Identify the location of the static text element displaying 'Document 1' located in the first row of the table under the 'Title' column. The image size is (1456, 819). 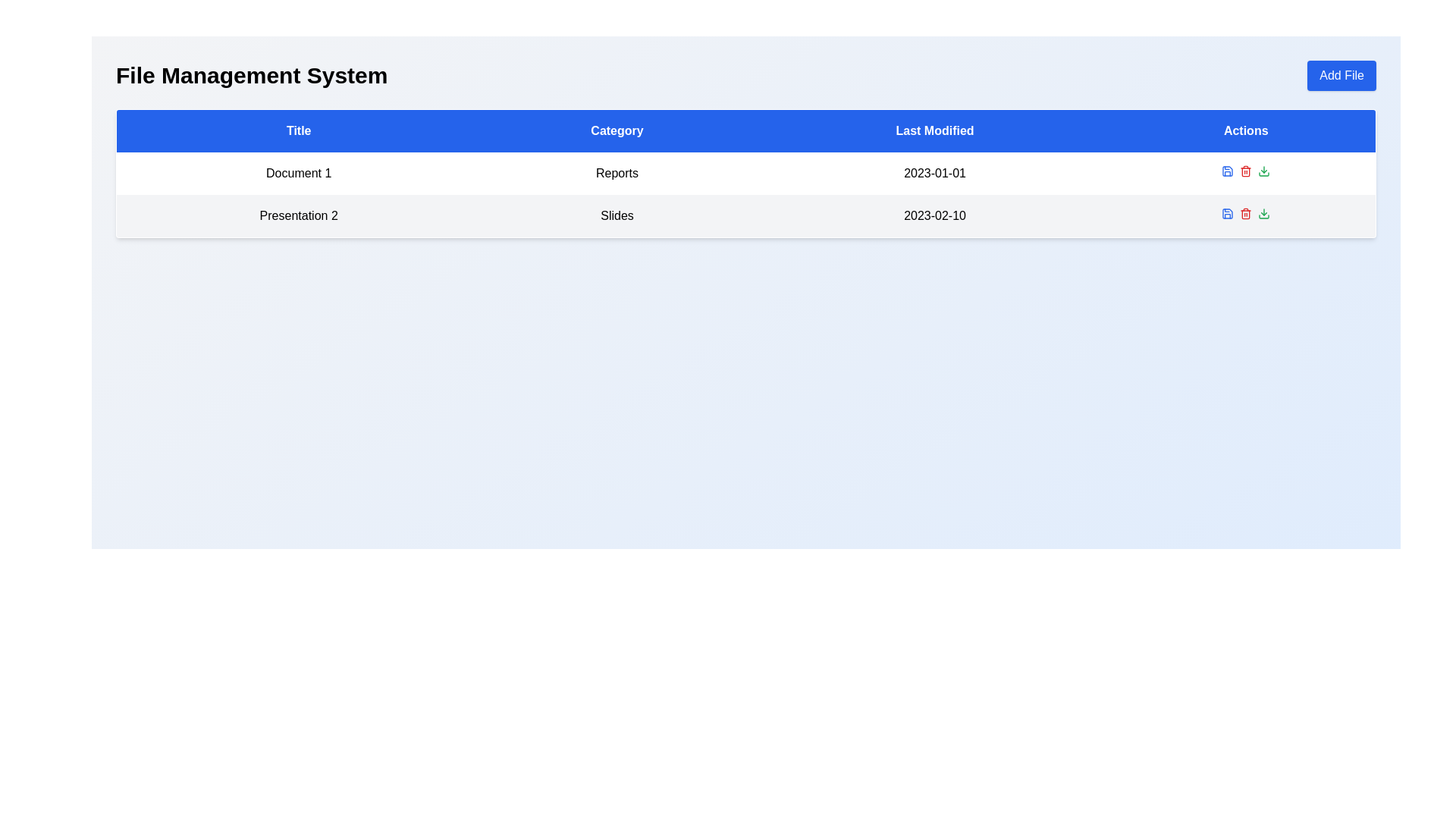
(298, 172).